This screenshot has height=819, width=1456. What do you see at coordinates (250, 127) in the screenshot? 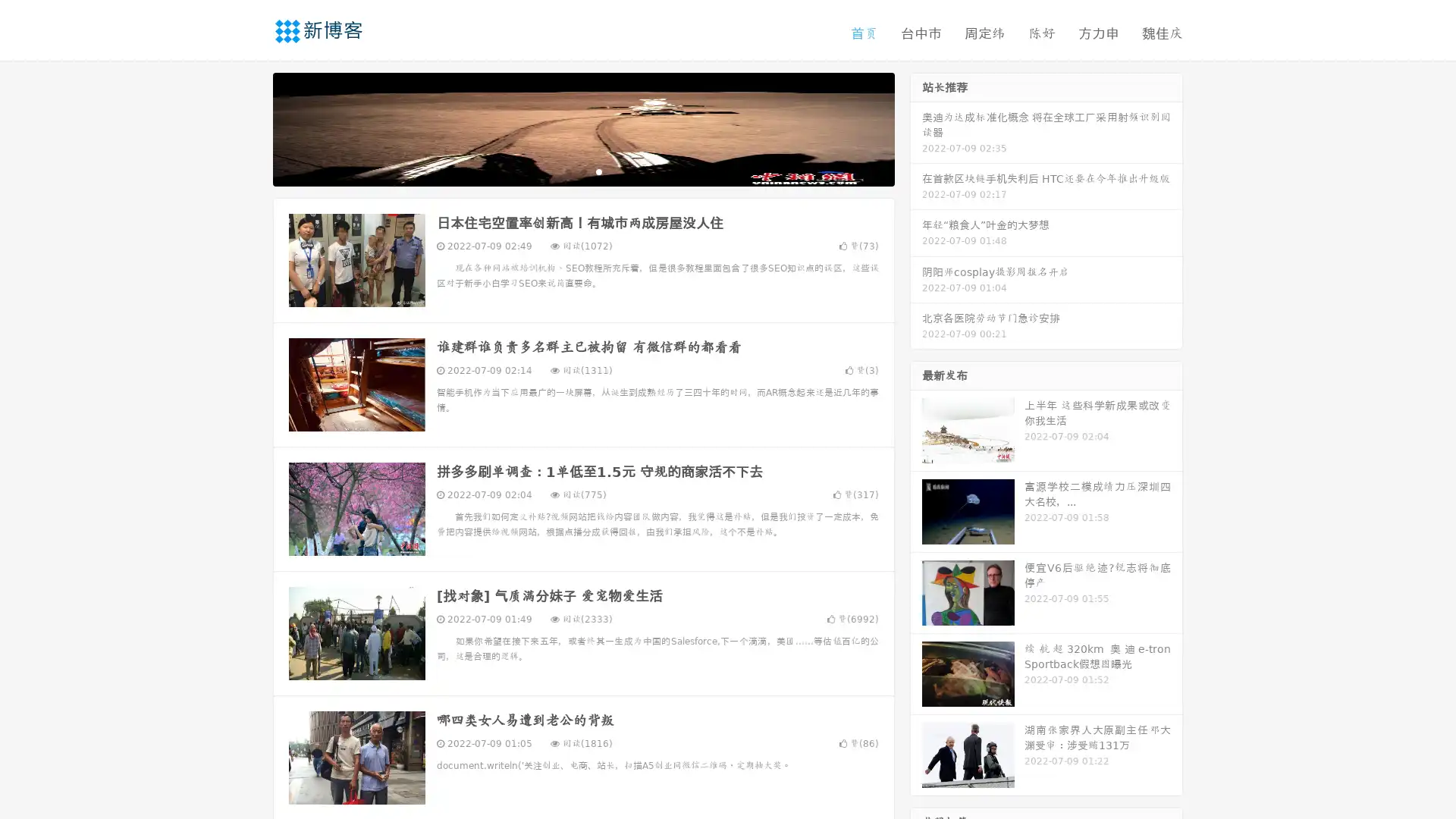
I see `Previous slide` at bounding box center [250, 127].